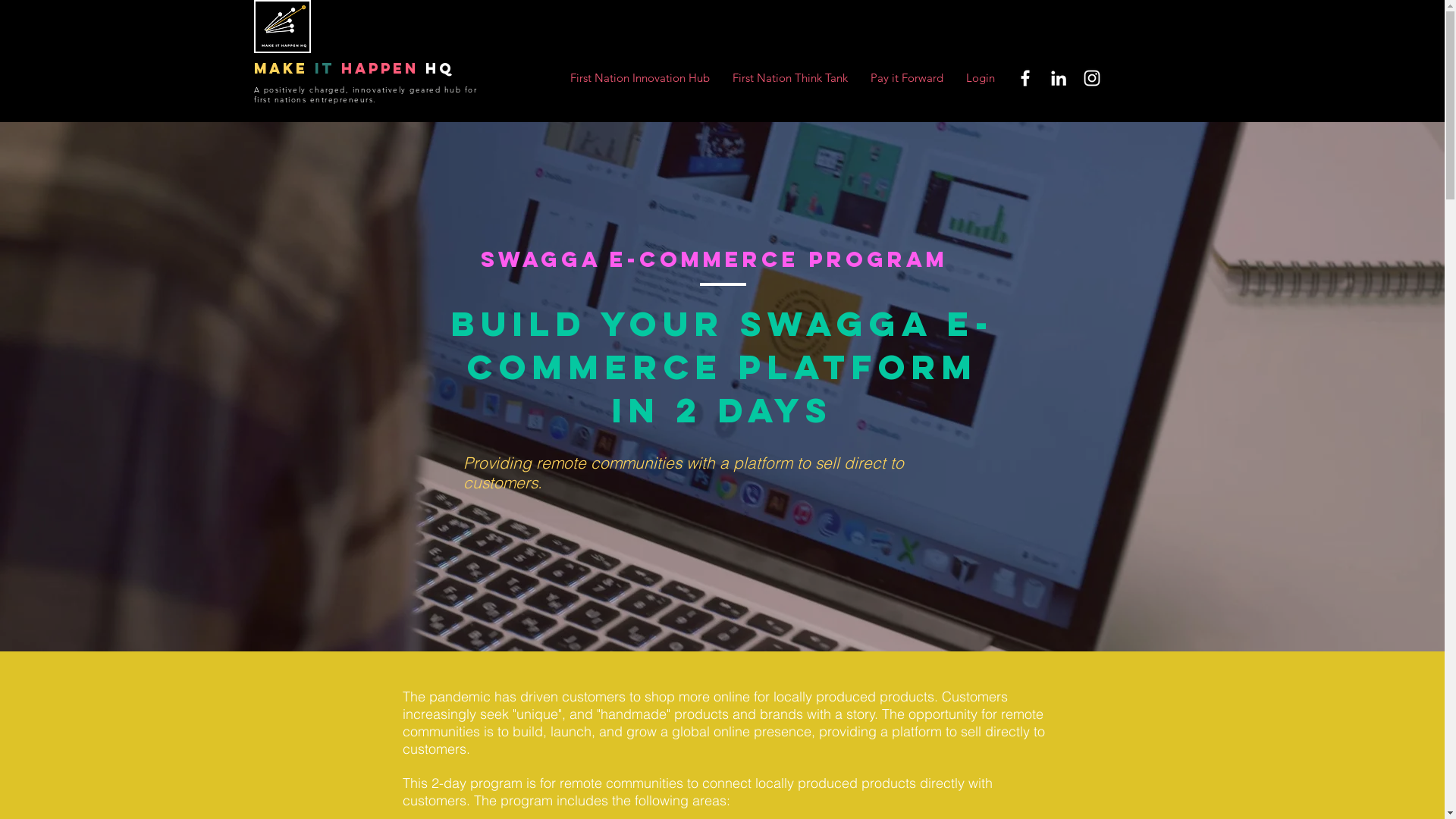 The height and width of the screenshot is (819, 1456). What do you see at coordinates (906, 78) in the screenshot?
I see `'Pay it Forward'` at bounding box center [906, 78].